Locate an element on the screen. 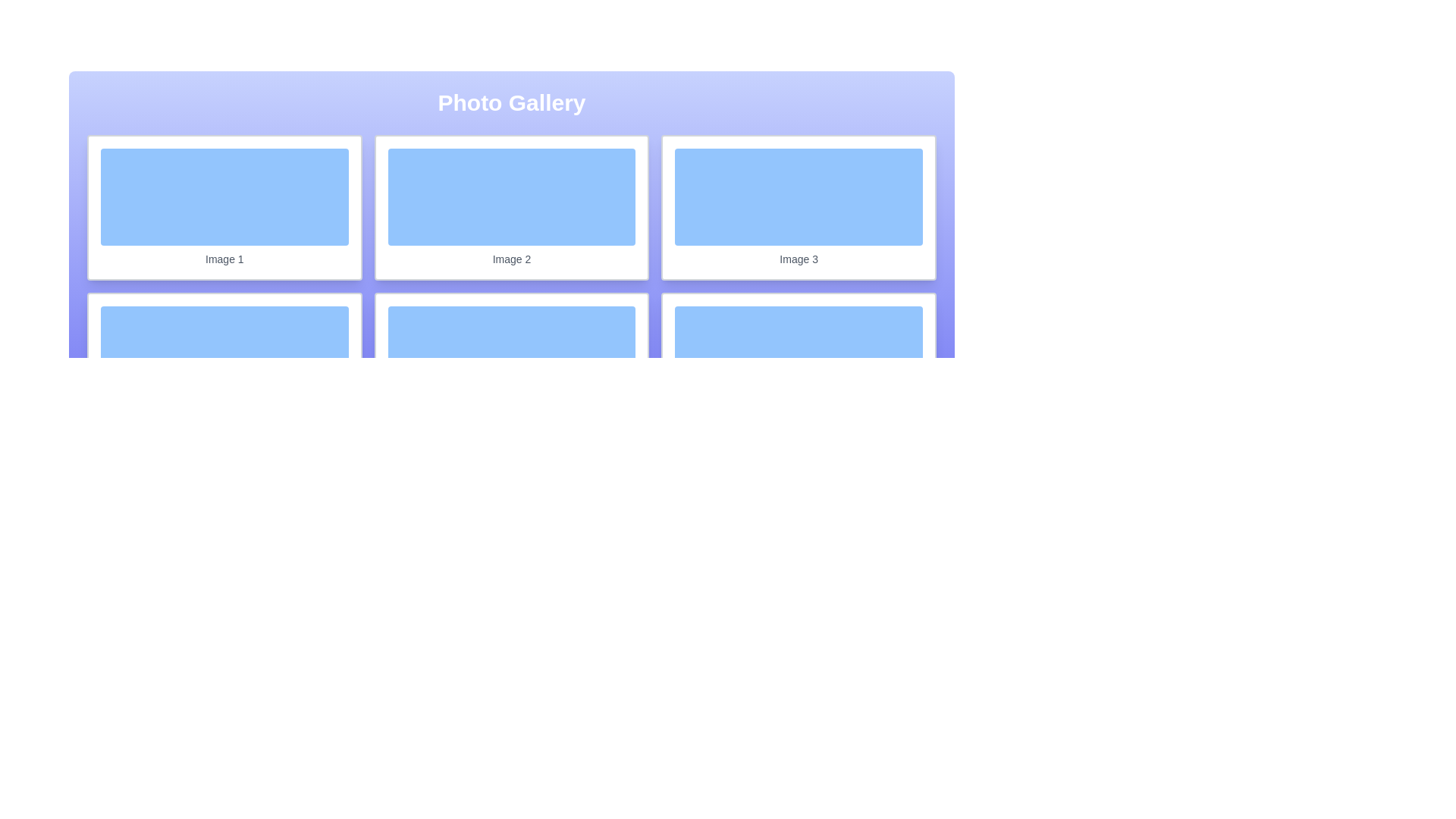  the descriptive label located underneath the image in the third card of the first row of a grid layout is located at coordinates (798, 259).